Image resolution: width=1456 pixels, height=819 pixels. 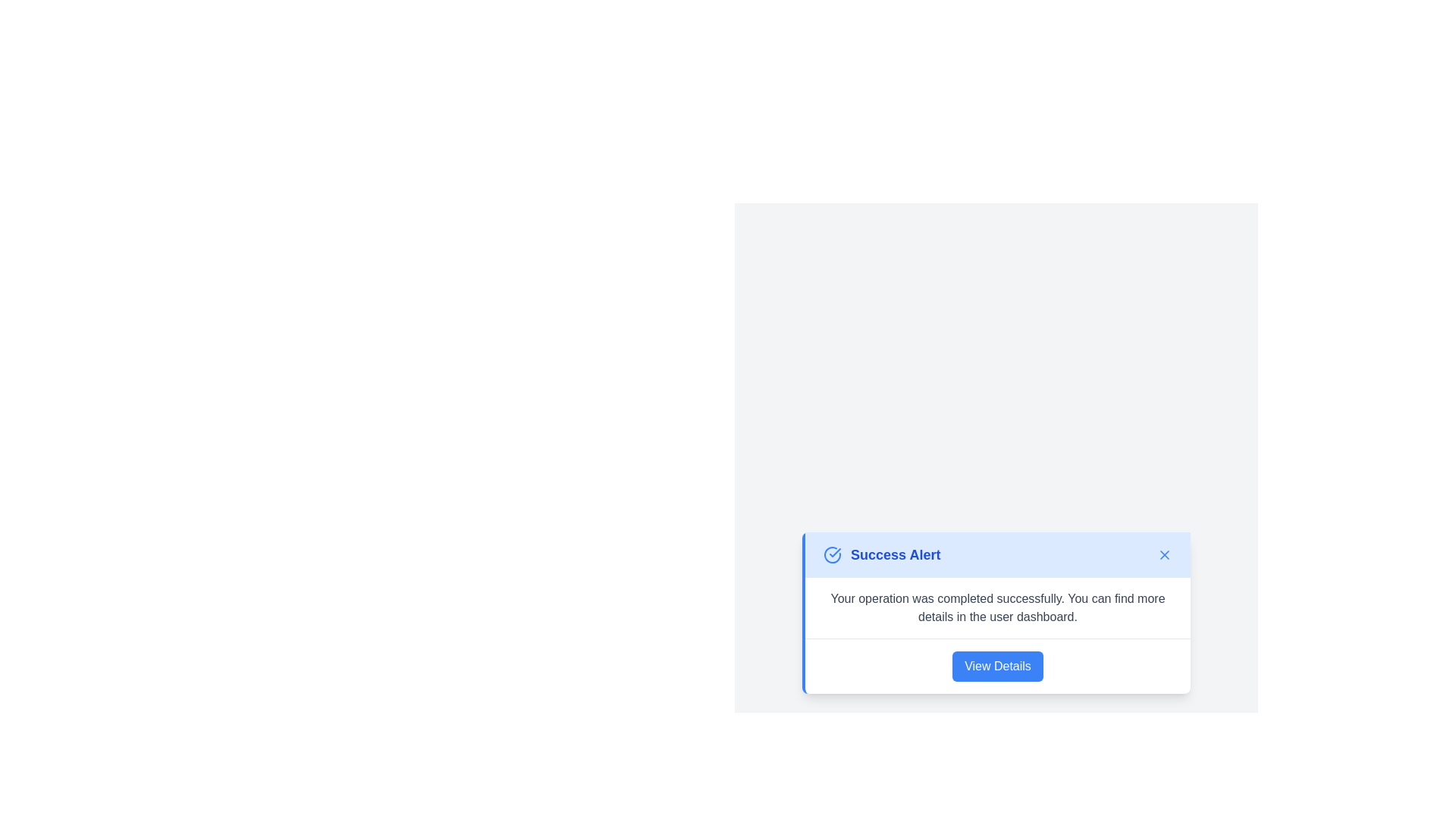 I want to click on the title text of the alert message displayed in the header region of the alert box, located to the right of the icon, so click(x=896, y=554).